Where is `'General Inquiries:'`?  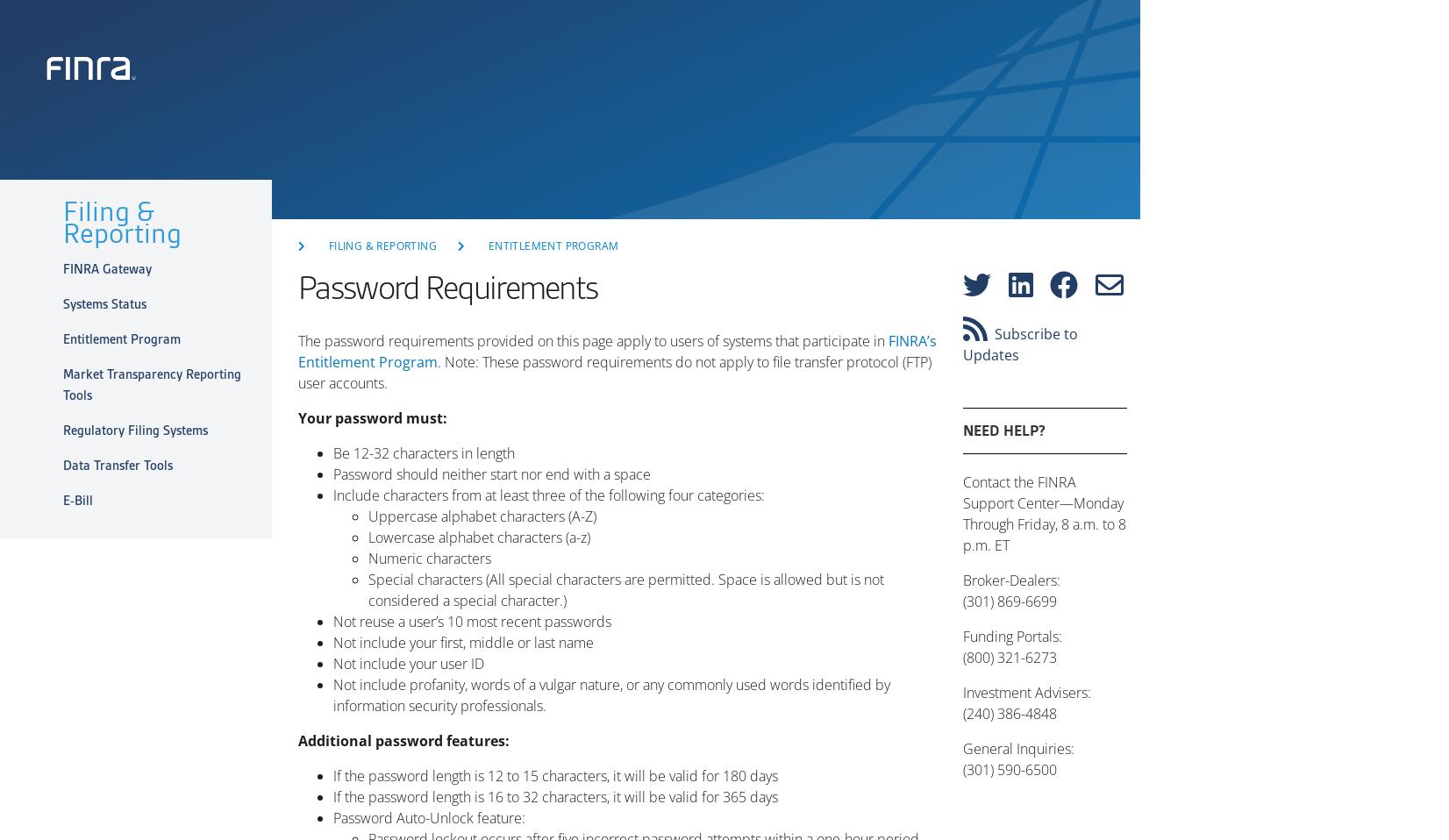 'General Inquiries:' is located at coordinates (1018, 747).